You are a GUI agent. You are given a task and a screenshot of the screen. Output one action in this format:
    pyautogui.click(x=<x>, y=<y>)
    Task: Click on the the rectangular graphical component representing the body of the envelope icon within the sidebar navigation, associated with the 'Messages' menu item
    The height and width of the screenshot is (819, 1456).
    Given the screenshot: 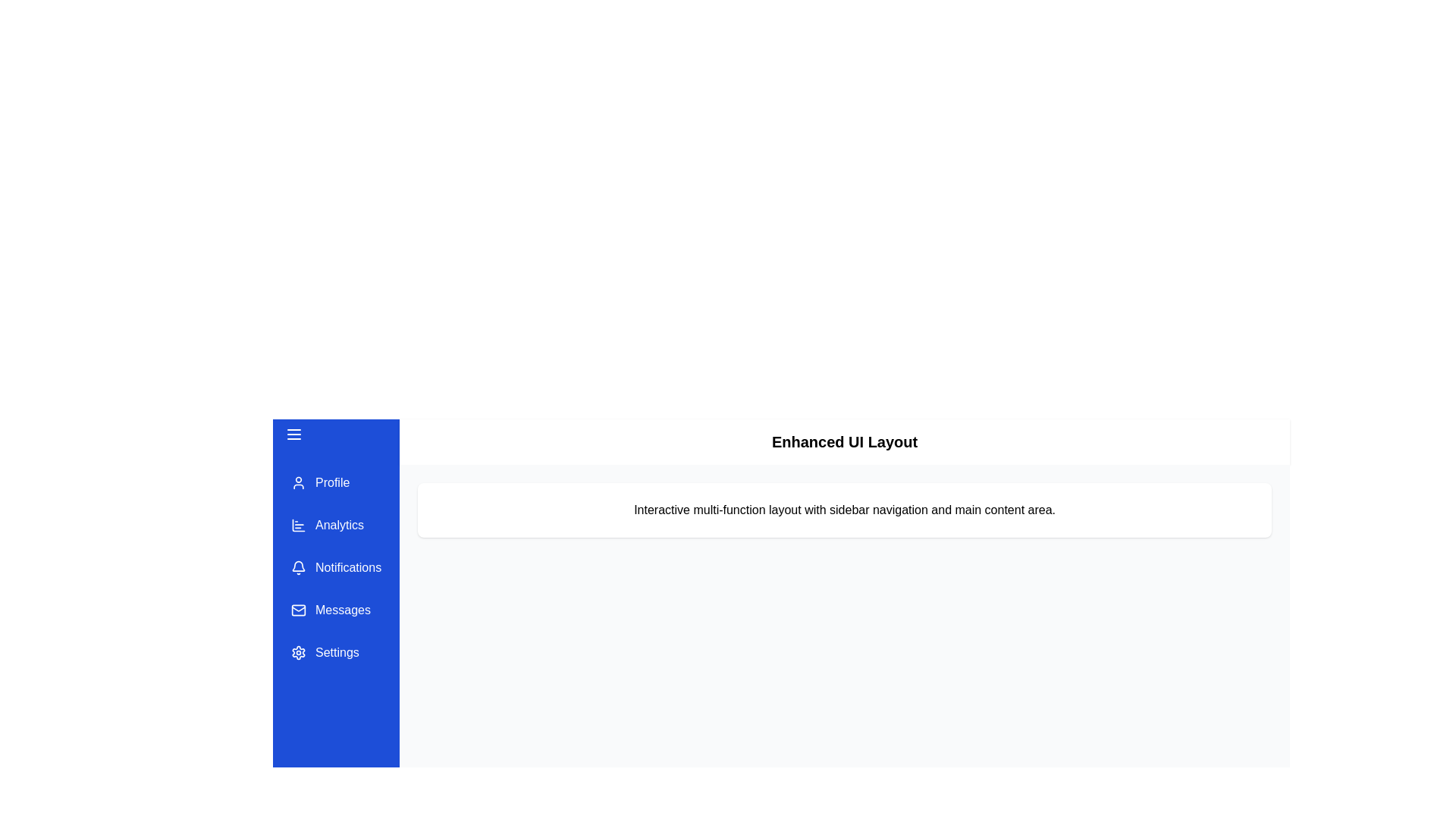 What is the action you would take?
    pyautogui.click(x=298, y=610)
    